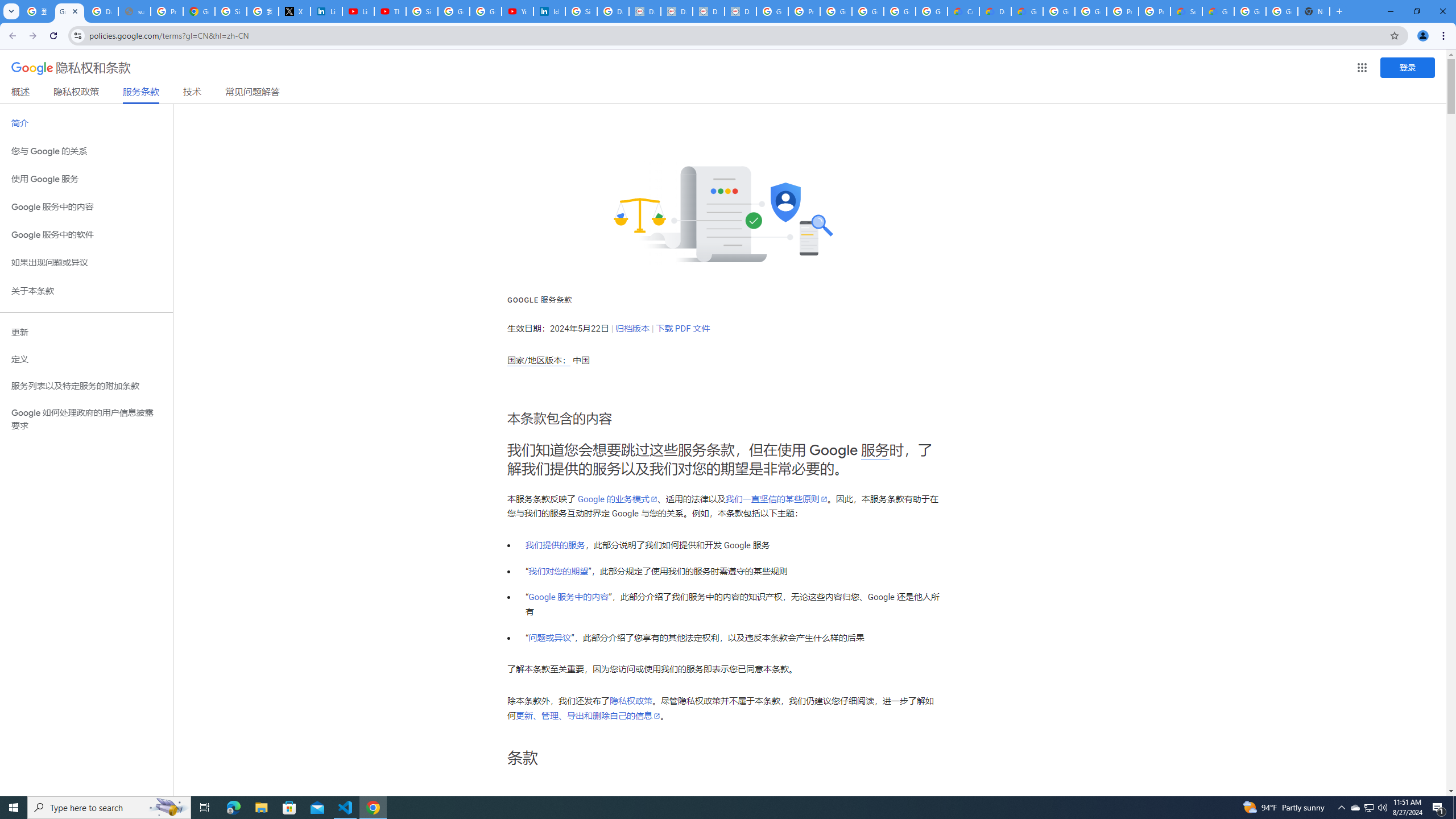 The height and width of the screenshot is (819, 1456). I want to click on 'X', so click(294, 11).